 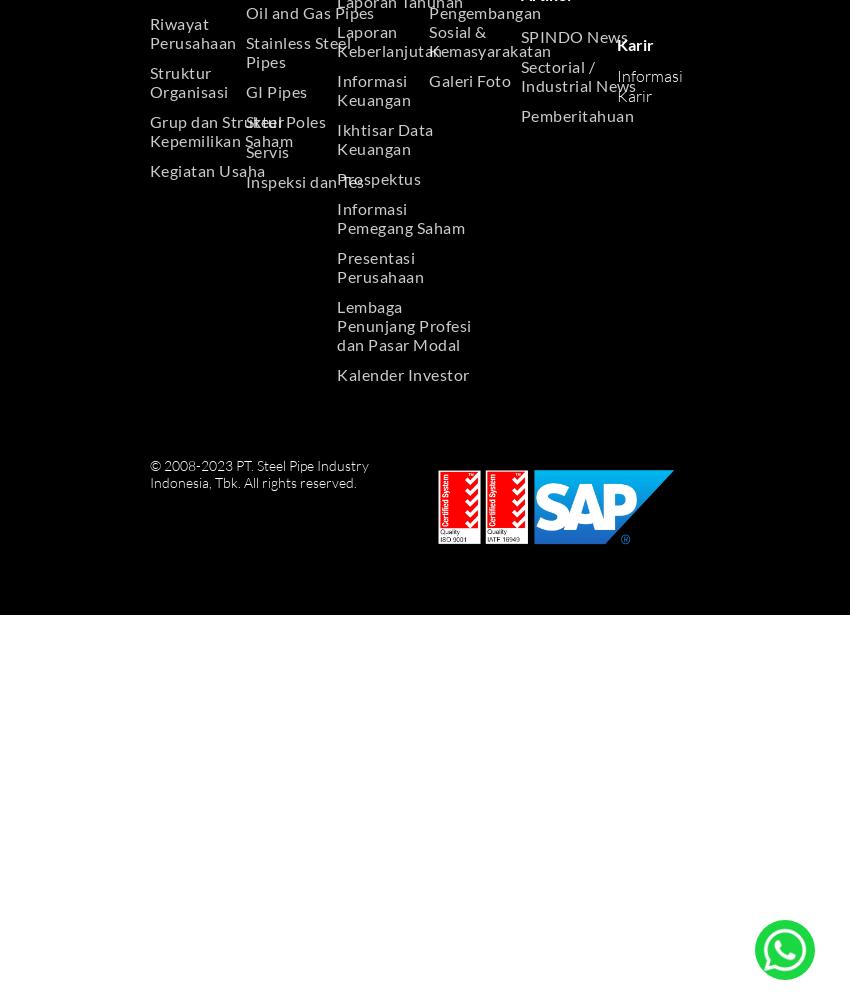 What do you see at coordinates (284, 119) in the screenshot?
I see `'Steel Poles'` at bounding box center [284, 119].